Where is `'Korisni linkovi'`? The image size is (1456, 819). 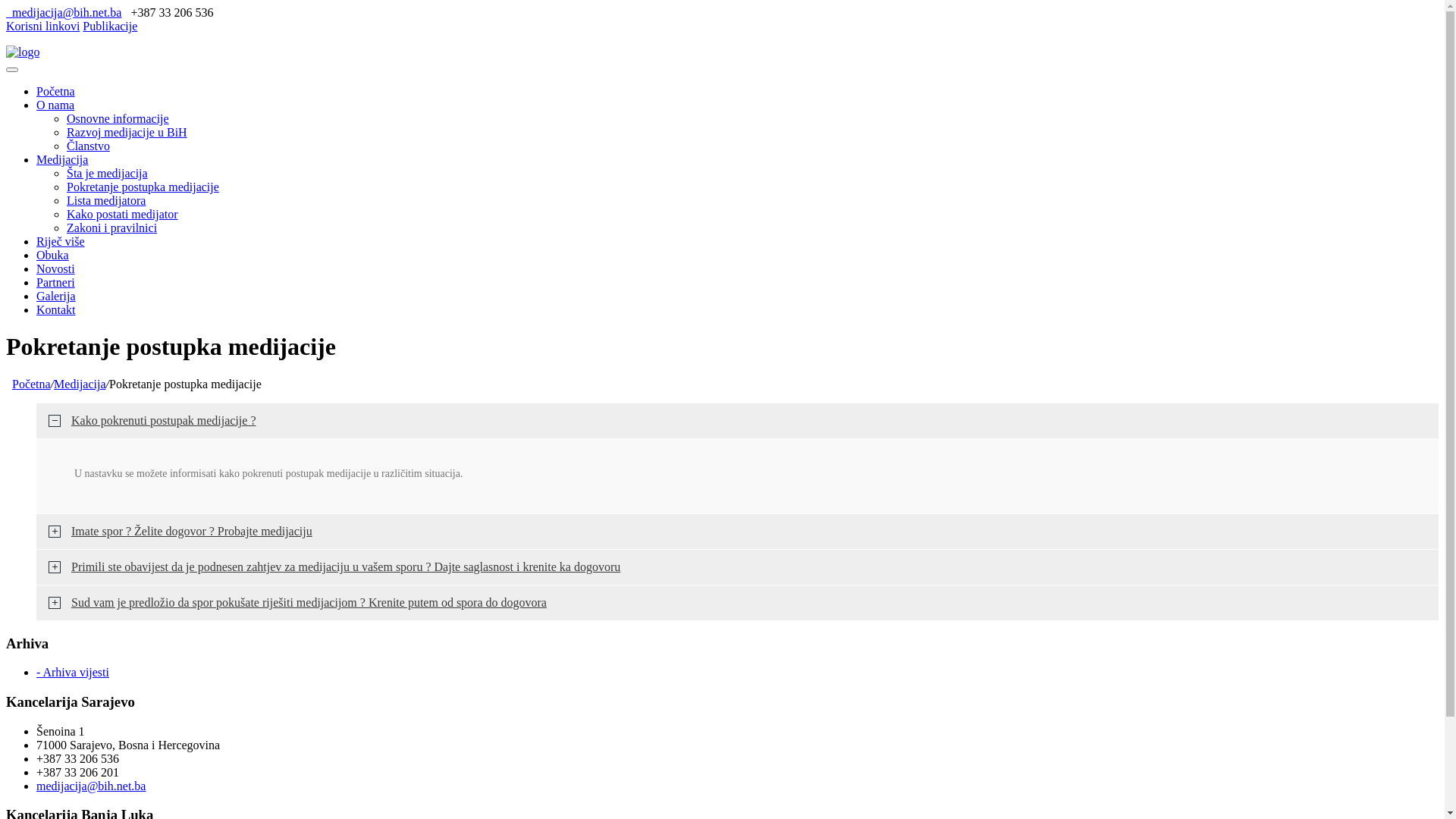 'Korisni linkovi' is located at coordinates (42, 26).